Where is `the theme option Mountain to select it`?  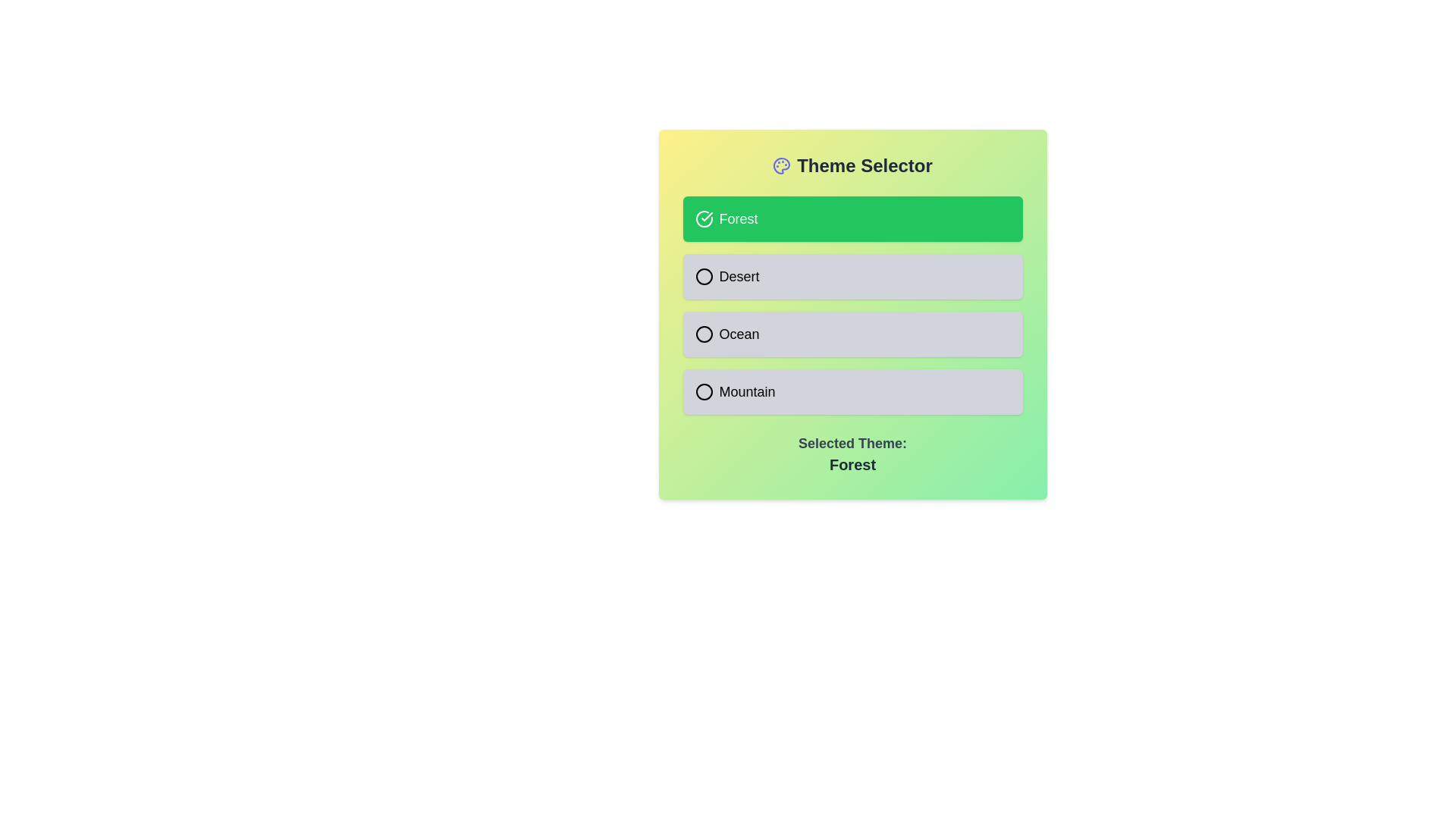 the theme option Mountain to select it is located at coordinates (852, 391).